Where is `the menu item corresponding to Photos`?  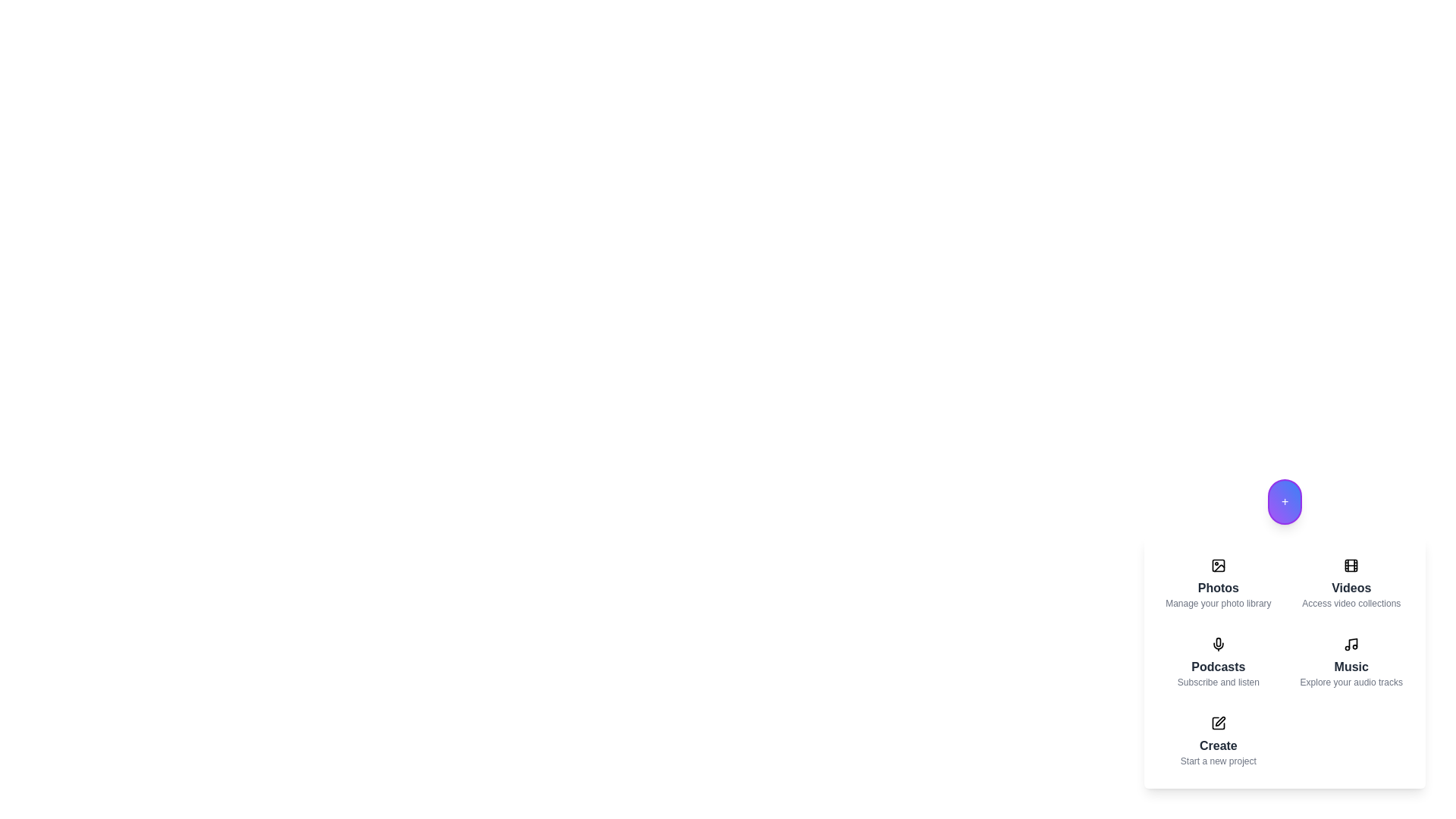 the menu item corresponding to Photos is located at coordinates (1218, 583).